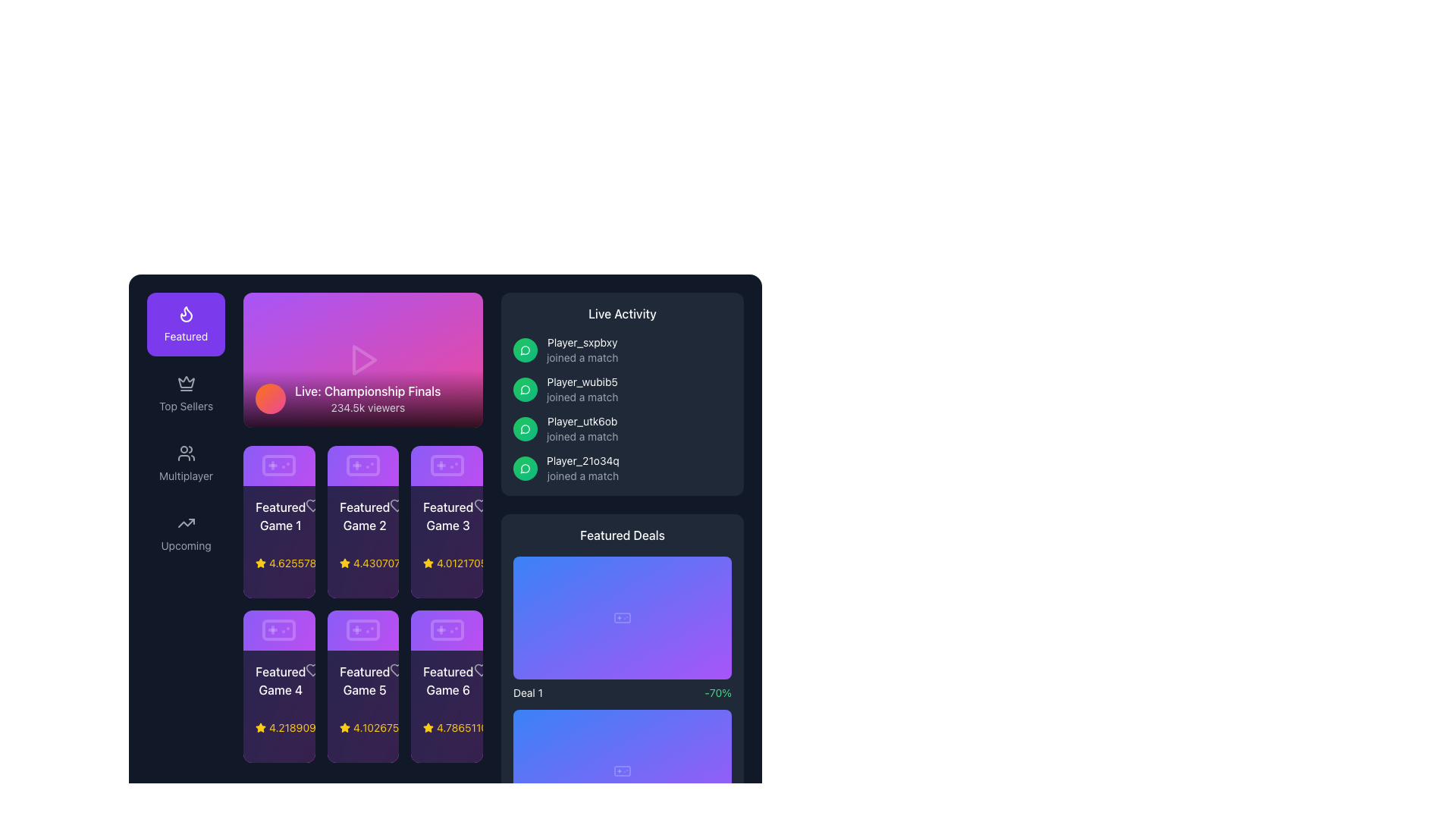 Image resolution: width=1456 pixels, height=819 pixels. I want to click on the text label displaying 'Player_wubib5', so click(582, 381).